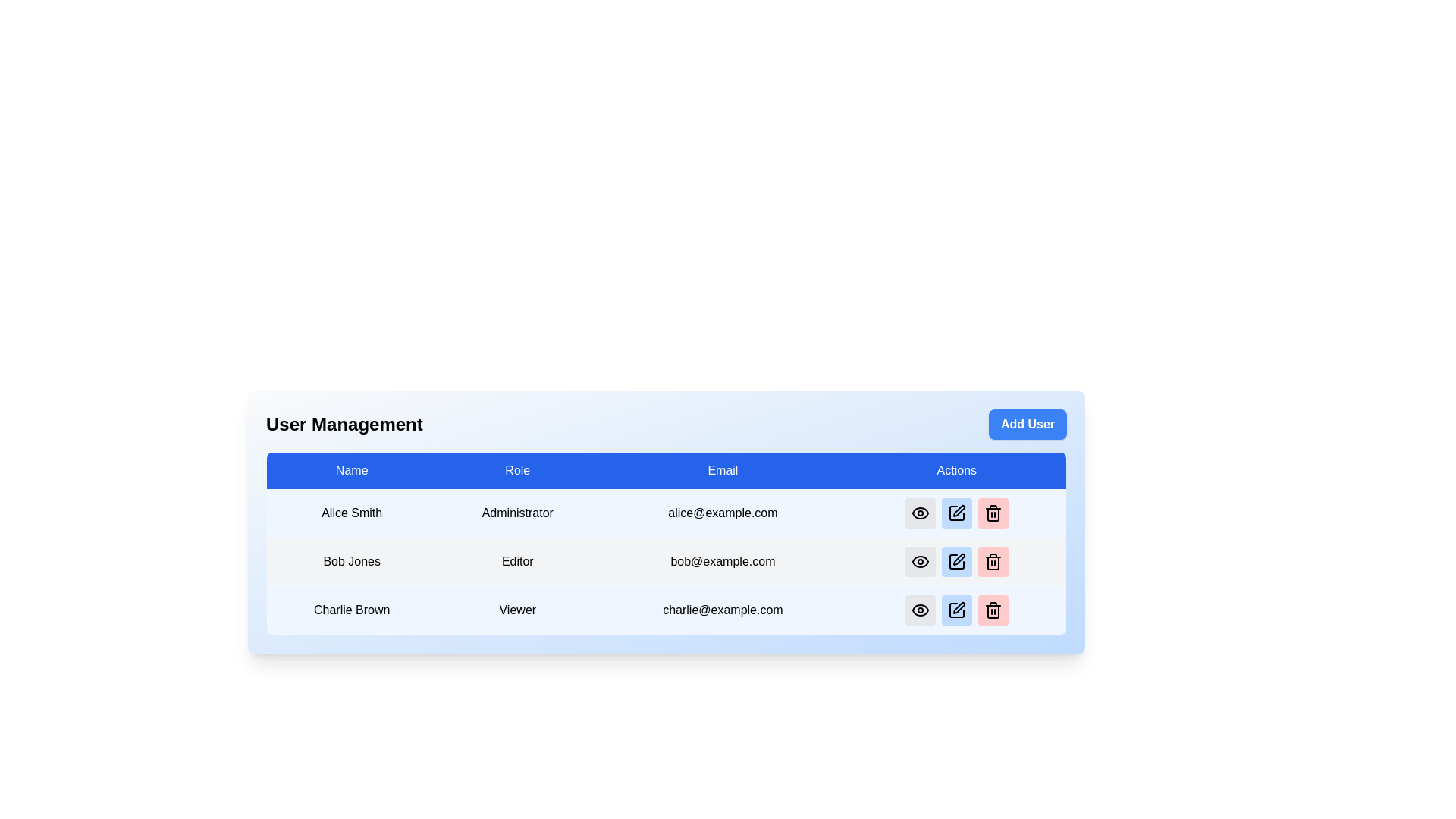  What do you see at coordinates (955, 561) in the screenshot?
I see `the edit button associated with user 'Bob Jones' in the second row of the user management table to initiate the edit action` at bounding box center [955, 561].